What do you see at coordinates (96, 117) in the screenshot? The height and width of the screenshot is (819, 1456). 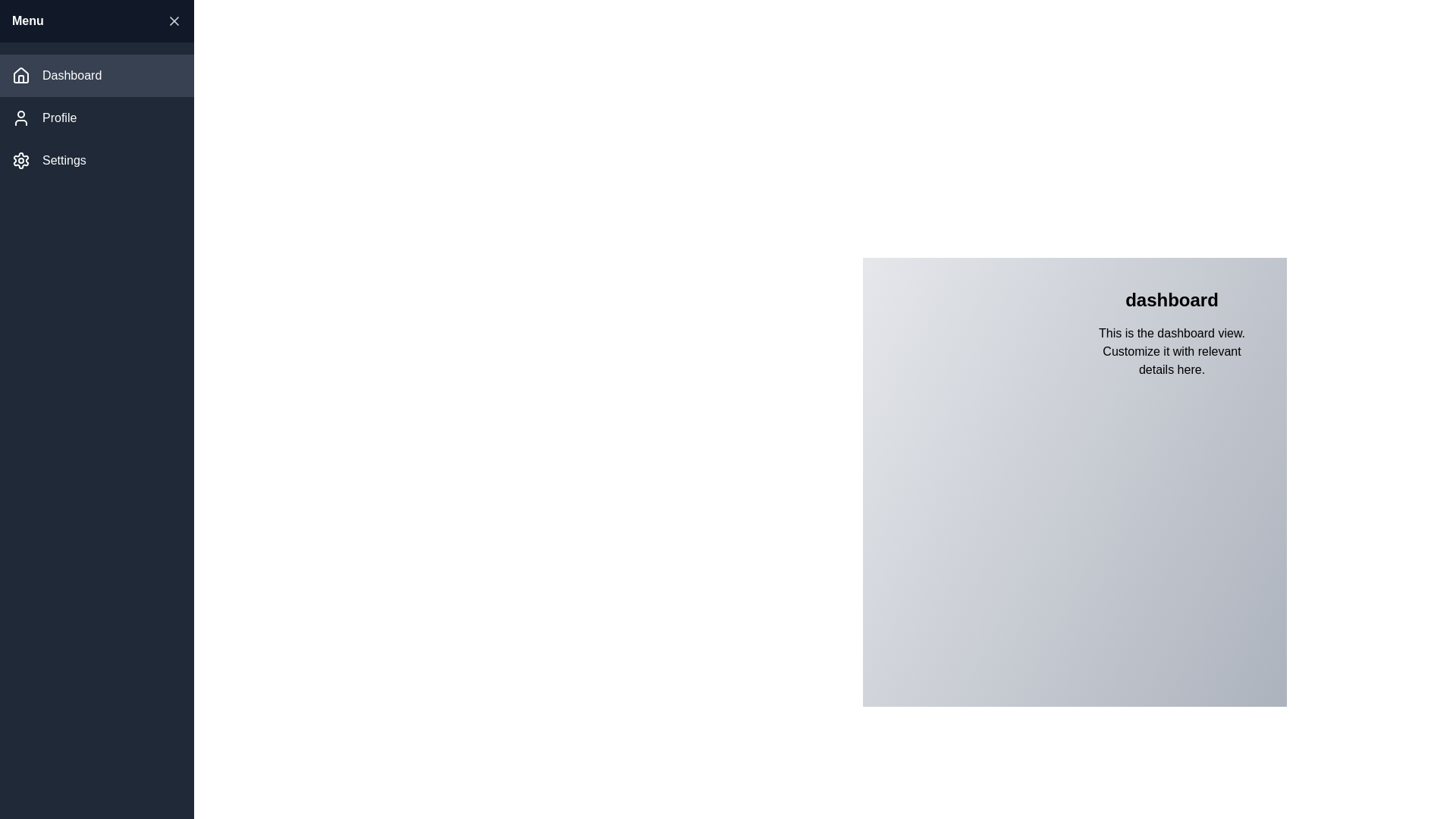 I see `the menu item Profile in the sidebar` at bounding box center [96, 117].